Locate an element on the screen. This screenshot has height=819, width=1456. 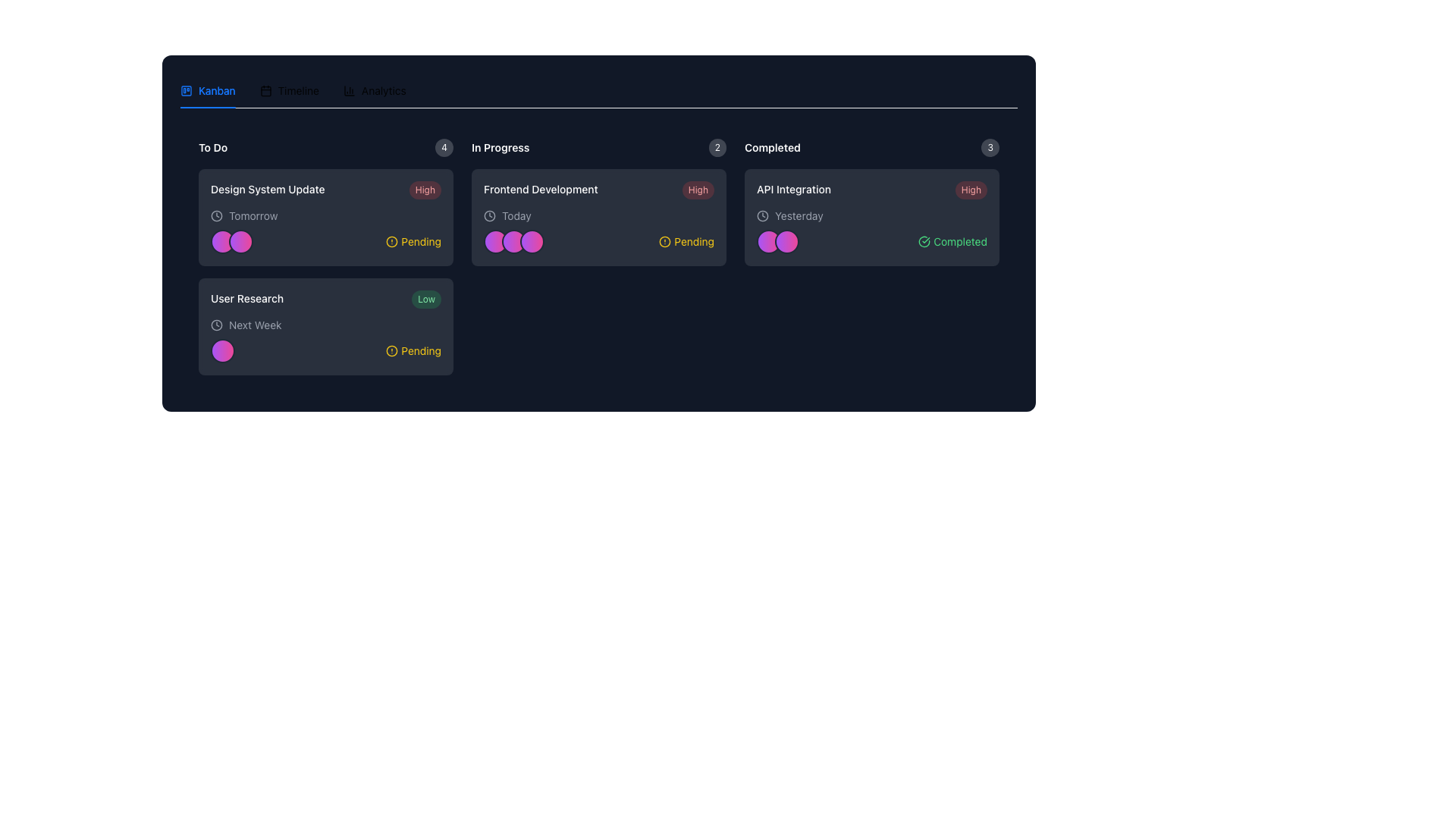
the 'Kanban' tab in the navigation bar is located at coordinates (293, 90).